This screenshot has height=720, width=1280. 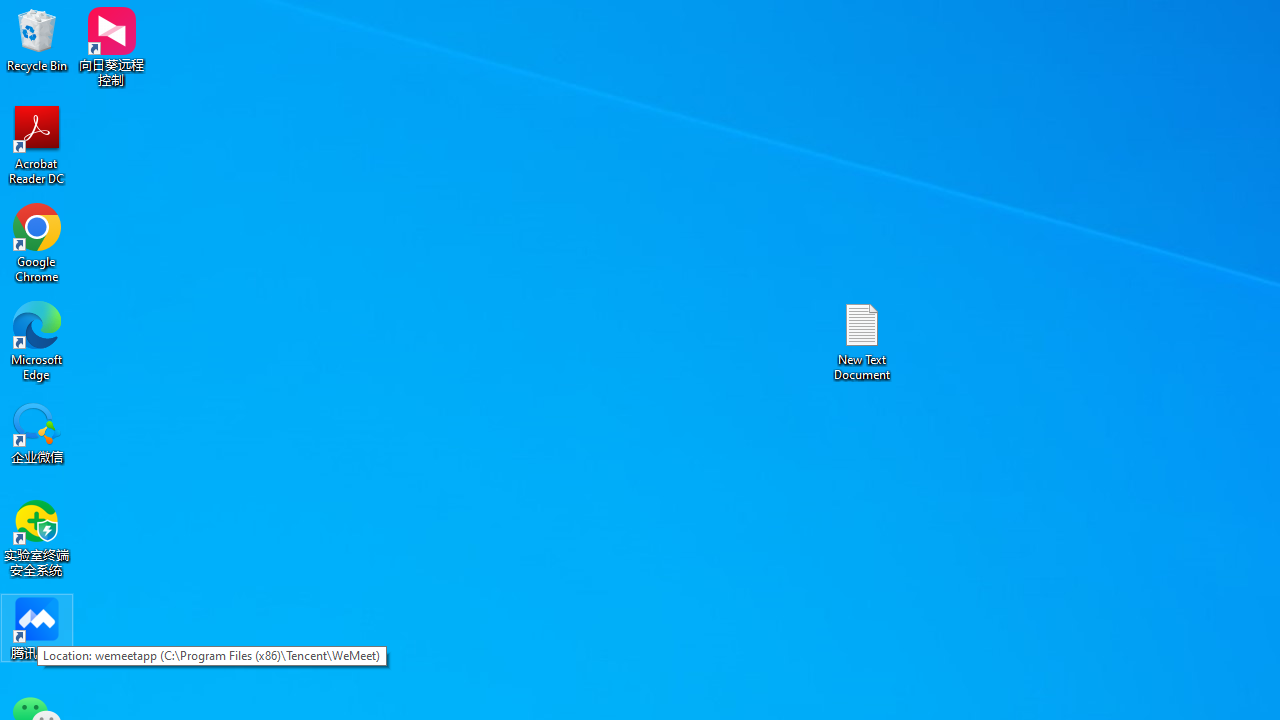 What do you see at coordinates (862, 340) in the screenshot?
I see `'New Text Document'` at bounding box center [862, 340].